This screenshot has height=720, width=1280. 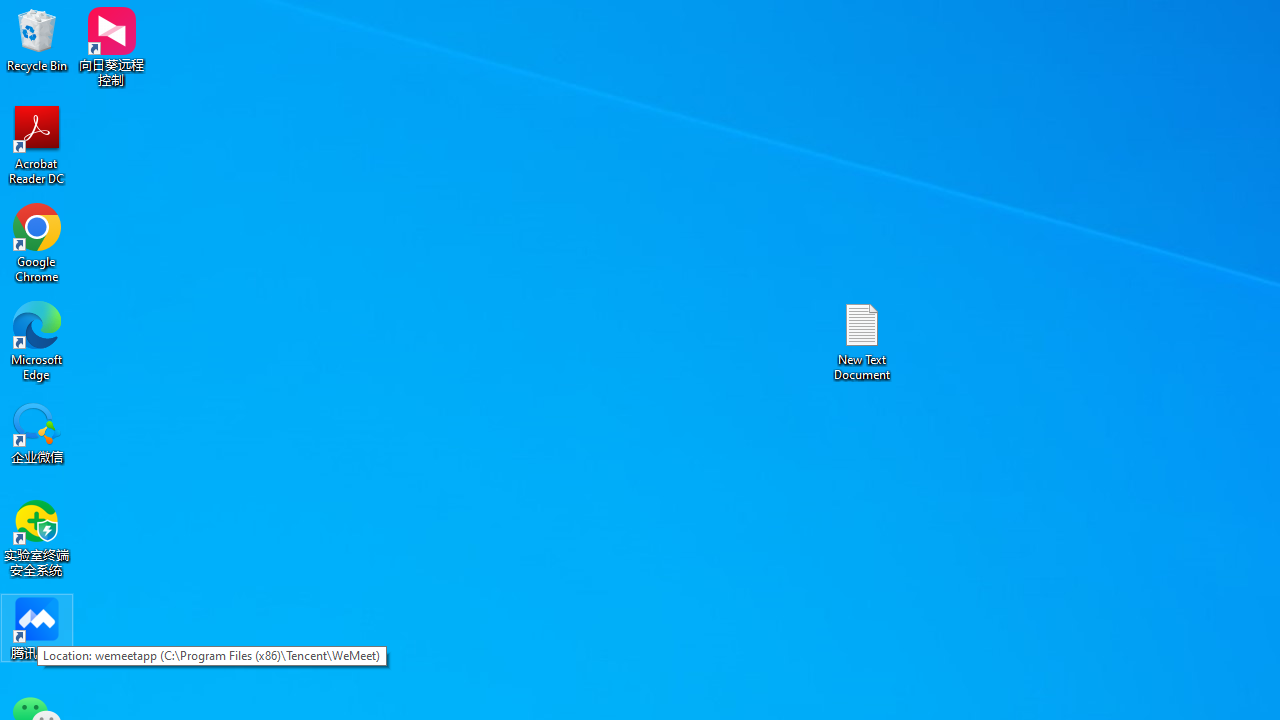 What do you see at coordinates (862, 340) in the screenshot?
I see `'New Text Document'` at bounding box center [862, 340].